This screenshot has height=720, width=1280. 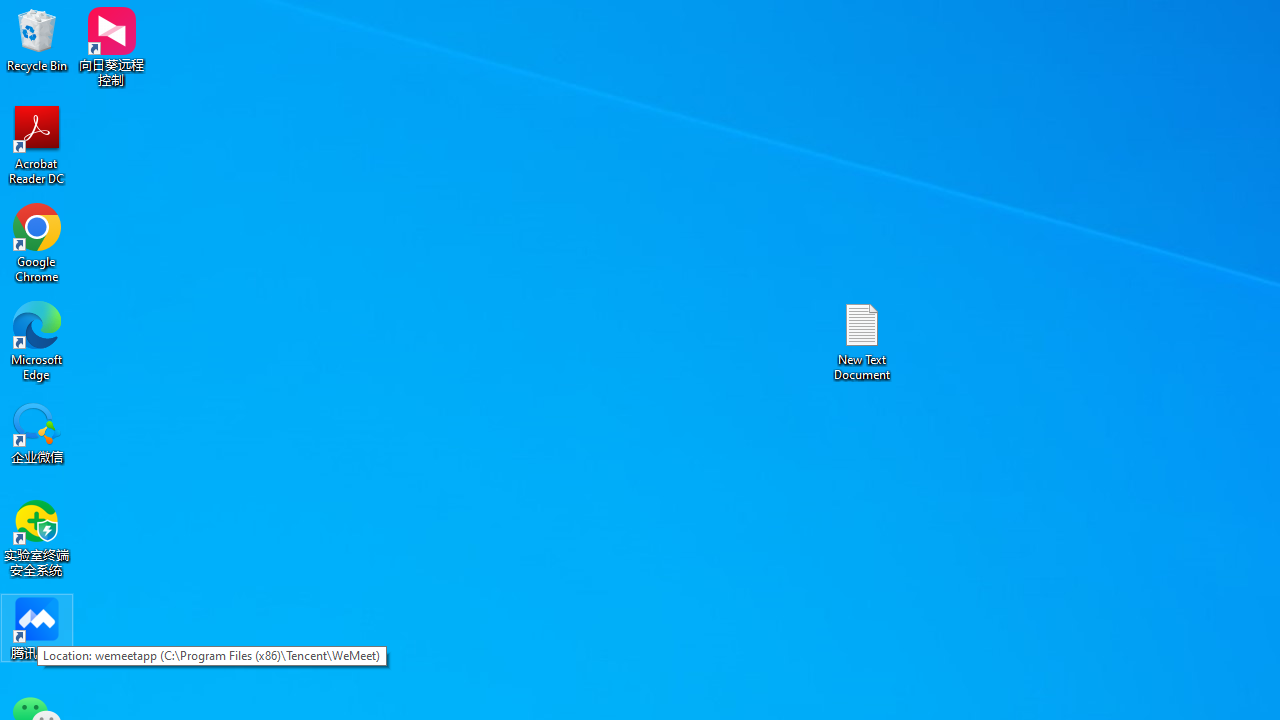 What do you see at coordinates (862, 340) in the screenshot?
I see `'New Text Document'` at bounding box center [862, 340].